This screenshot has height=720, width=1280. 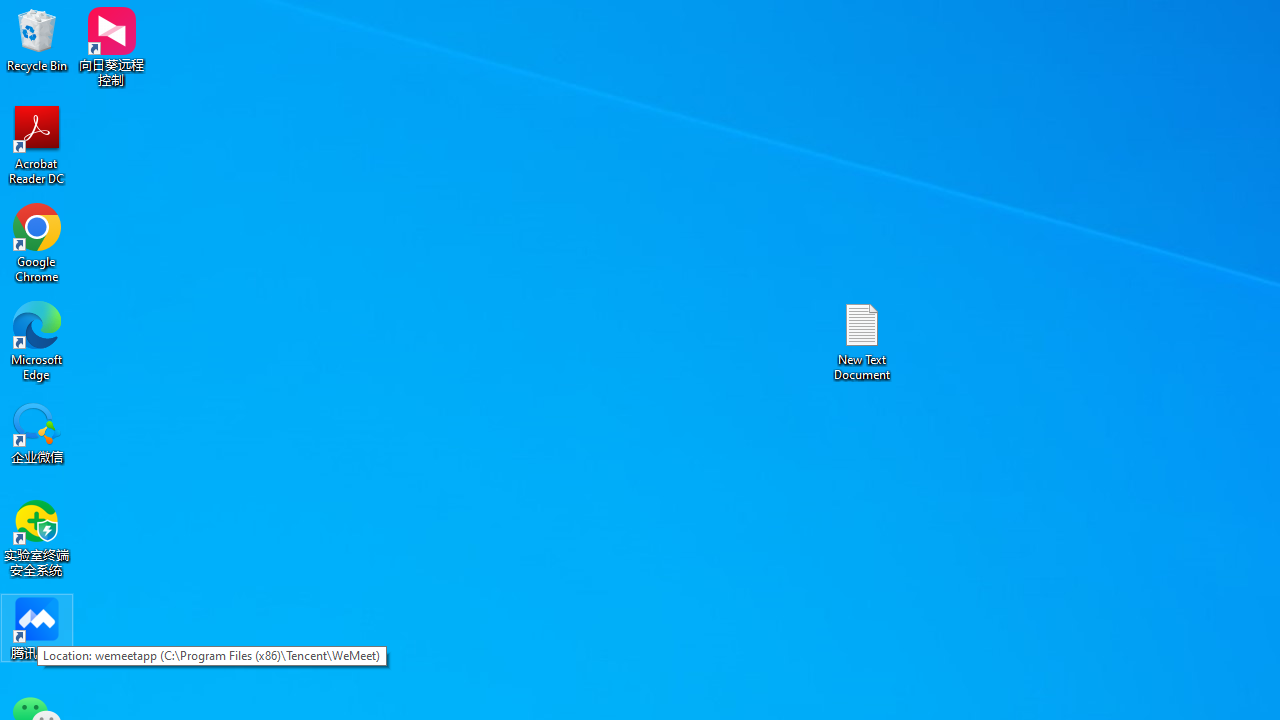 What do you see at coordinates (862, 340) in the screenshot?
I see `'New Text Document'` at bounding box center [862, 340].